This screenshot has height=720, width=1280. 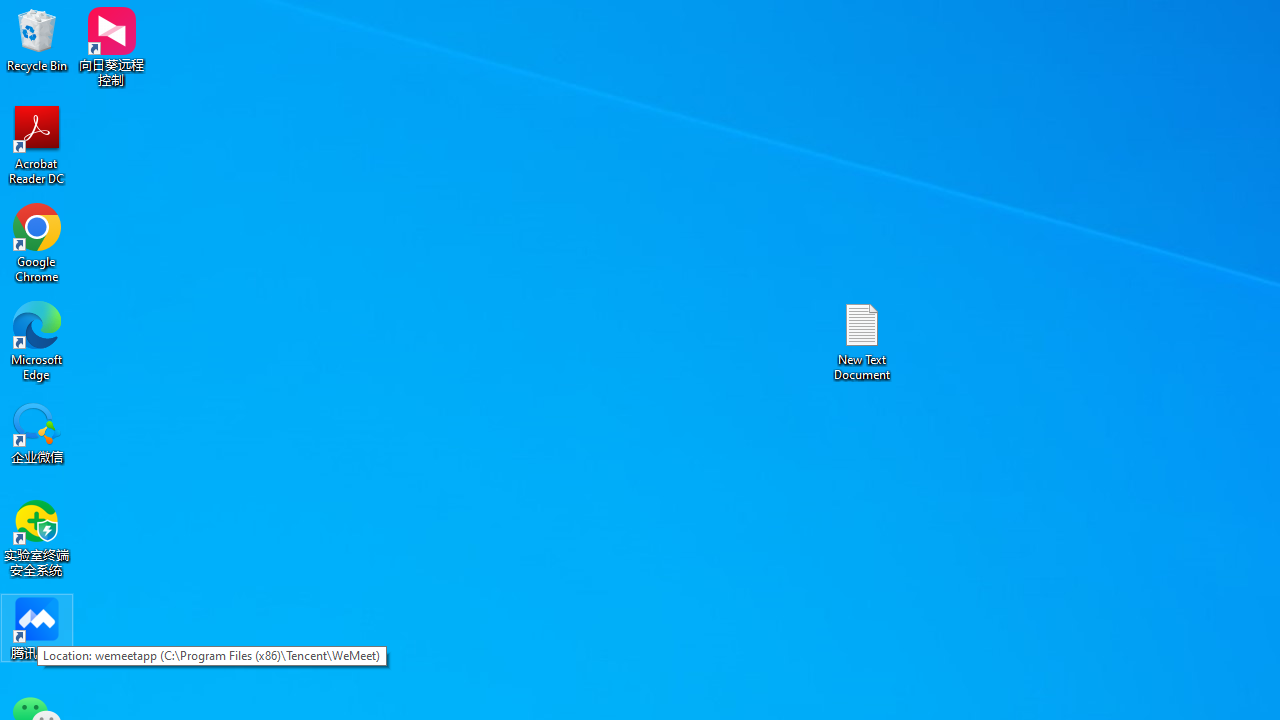 What do you see at coordinates (862, 340) in the screenshot?
I see `'New Text Document'` at bounding box center [862, 340].